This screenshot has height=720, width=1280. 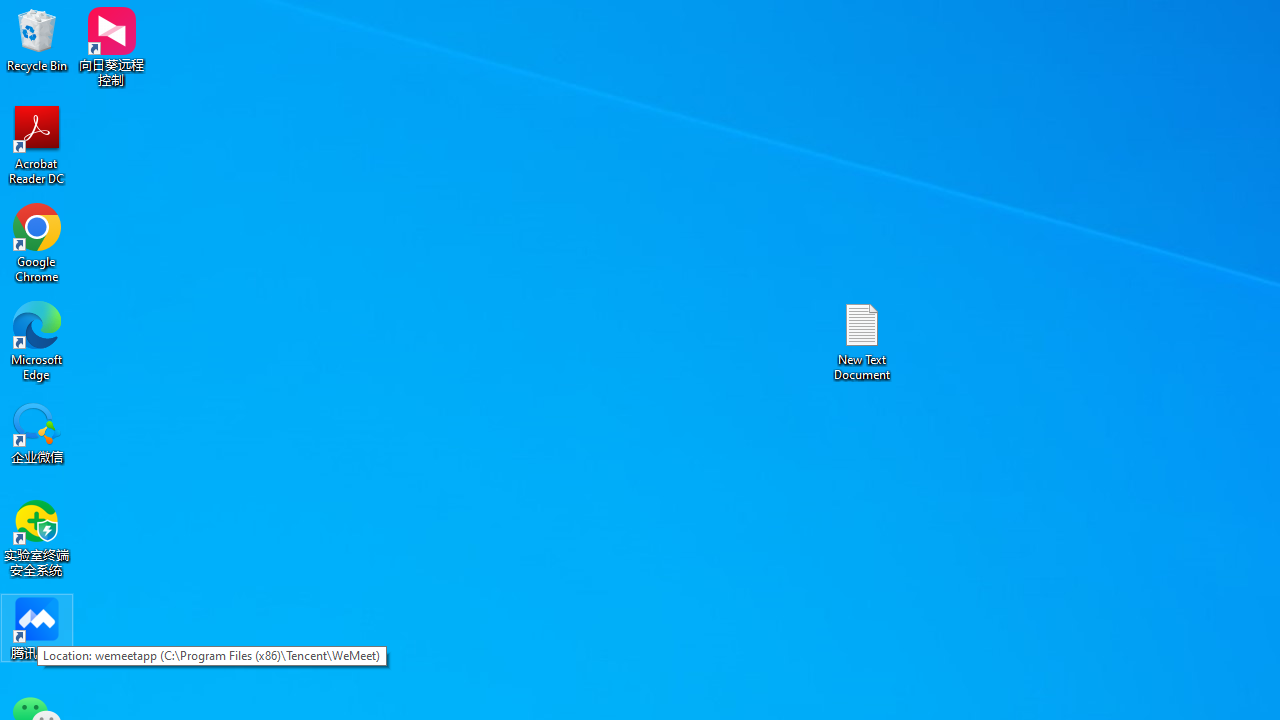 What do you see at coordinates (862, 340) in the screenshot?
I see `'New Text Document'` at bounding box center [862, 340].